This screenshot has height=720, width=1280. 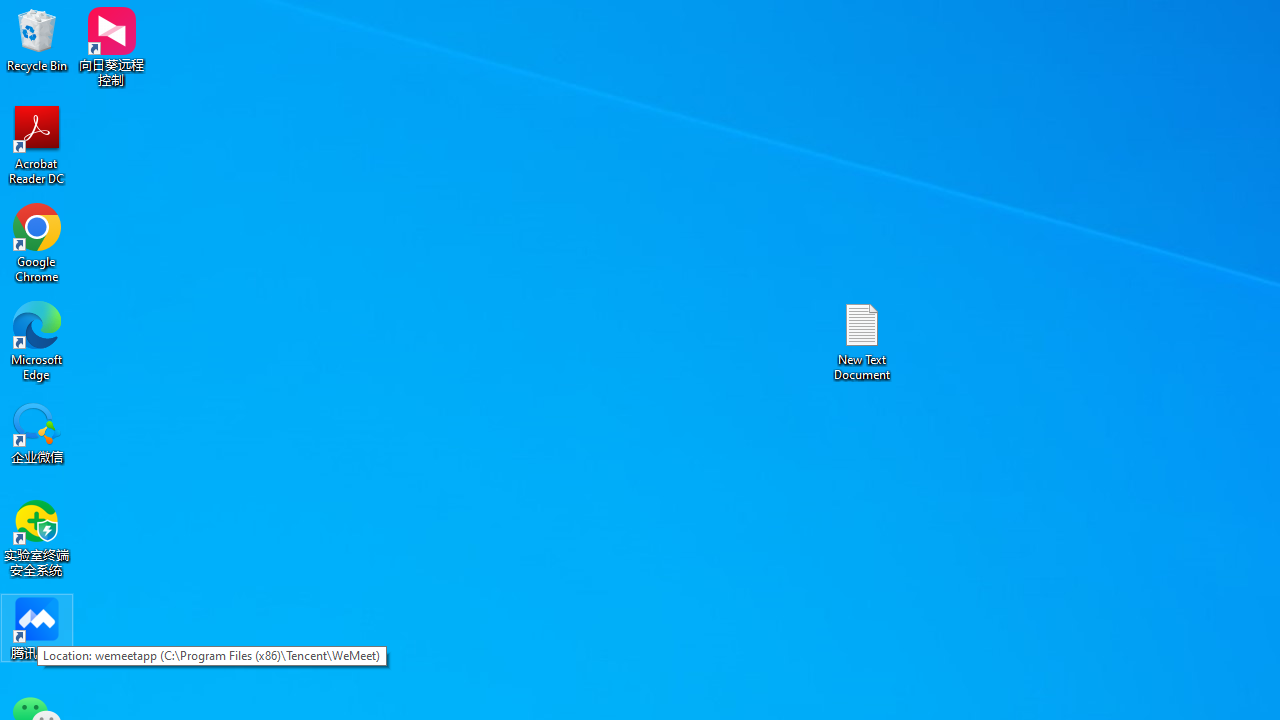 What do you see at coordinates (862, 340) in the screenshot?
I see `'New Text Document'` at bounding box center [862, 340].